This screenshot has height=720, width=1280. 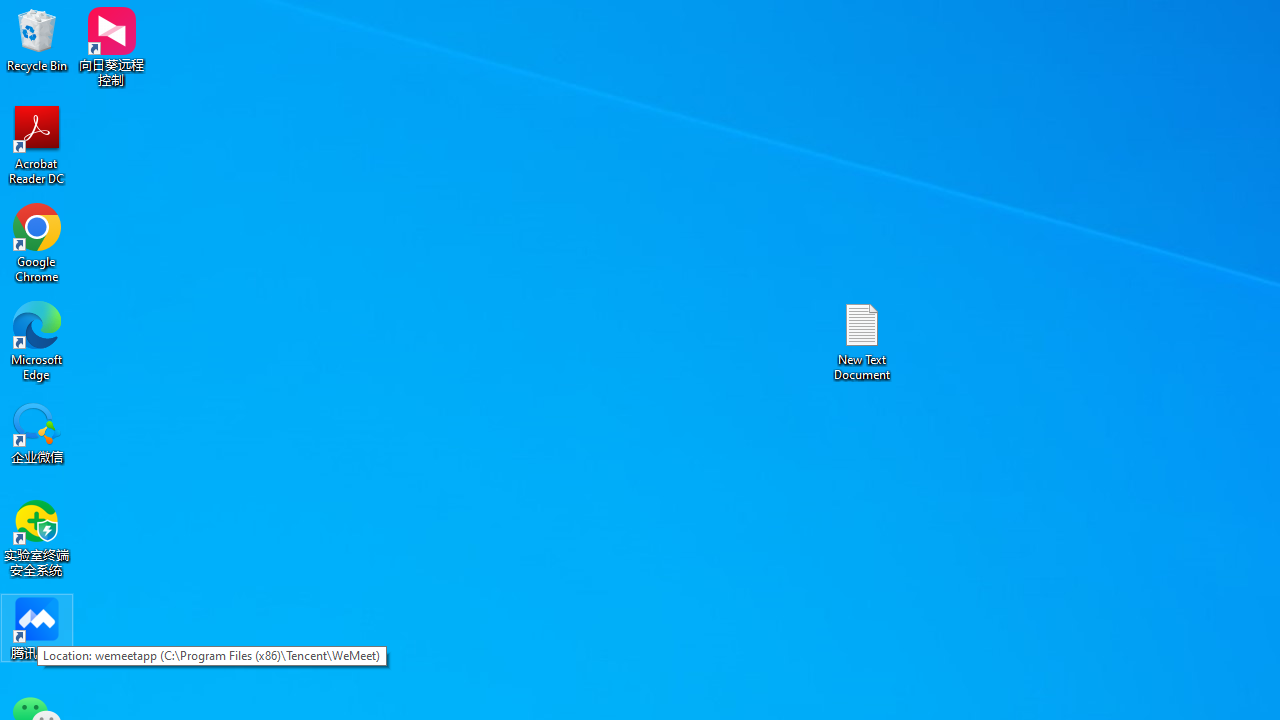 What do you see at coordinates (862, 340) in the screenshot?
I see `'New Text Document'` at bounding box center [862, 340].